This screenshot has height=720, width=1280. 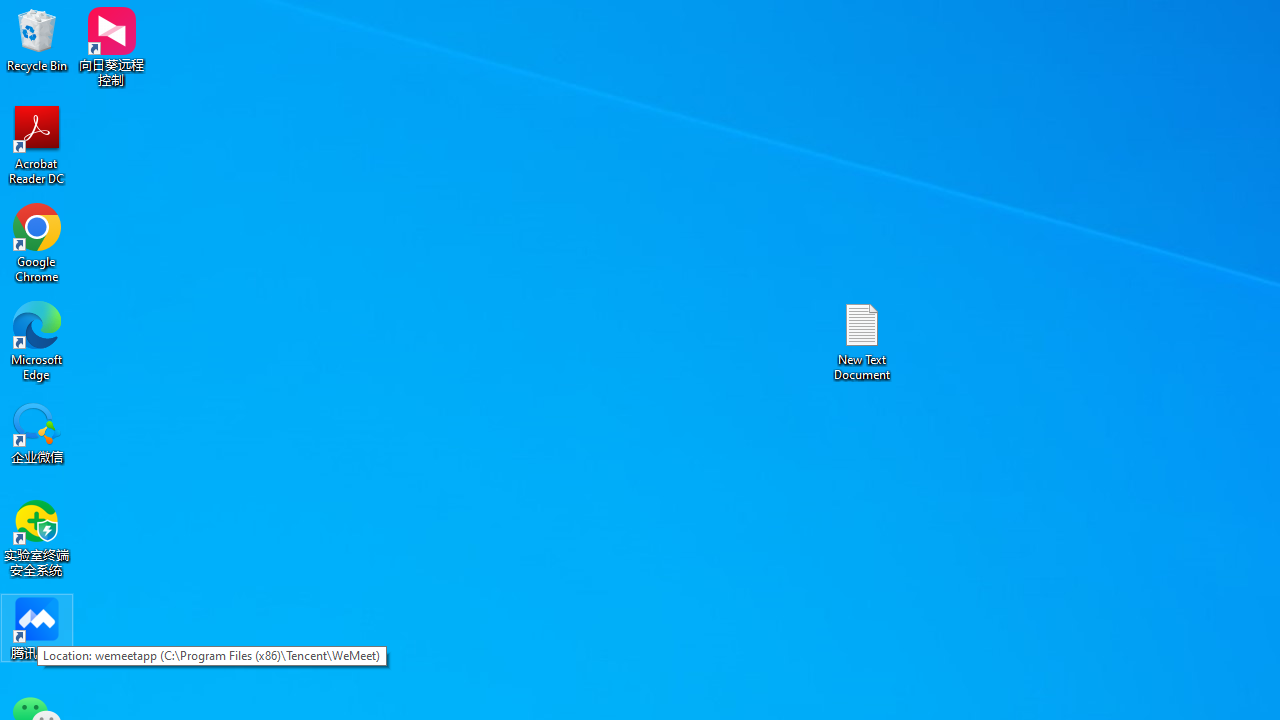 What do you see at coordinates (862, 340) in the screenshot?
I see `'New Text Document'` at bounding box center [862, 340].